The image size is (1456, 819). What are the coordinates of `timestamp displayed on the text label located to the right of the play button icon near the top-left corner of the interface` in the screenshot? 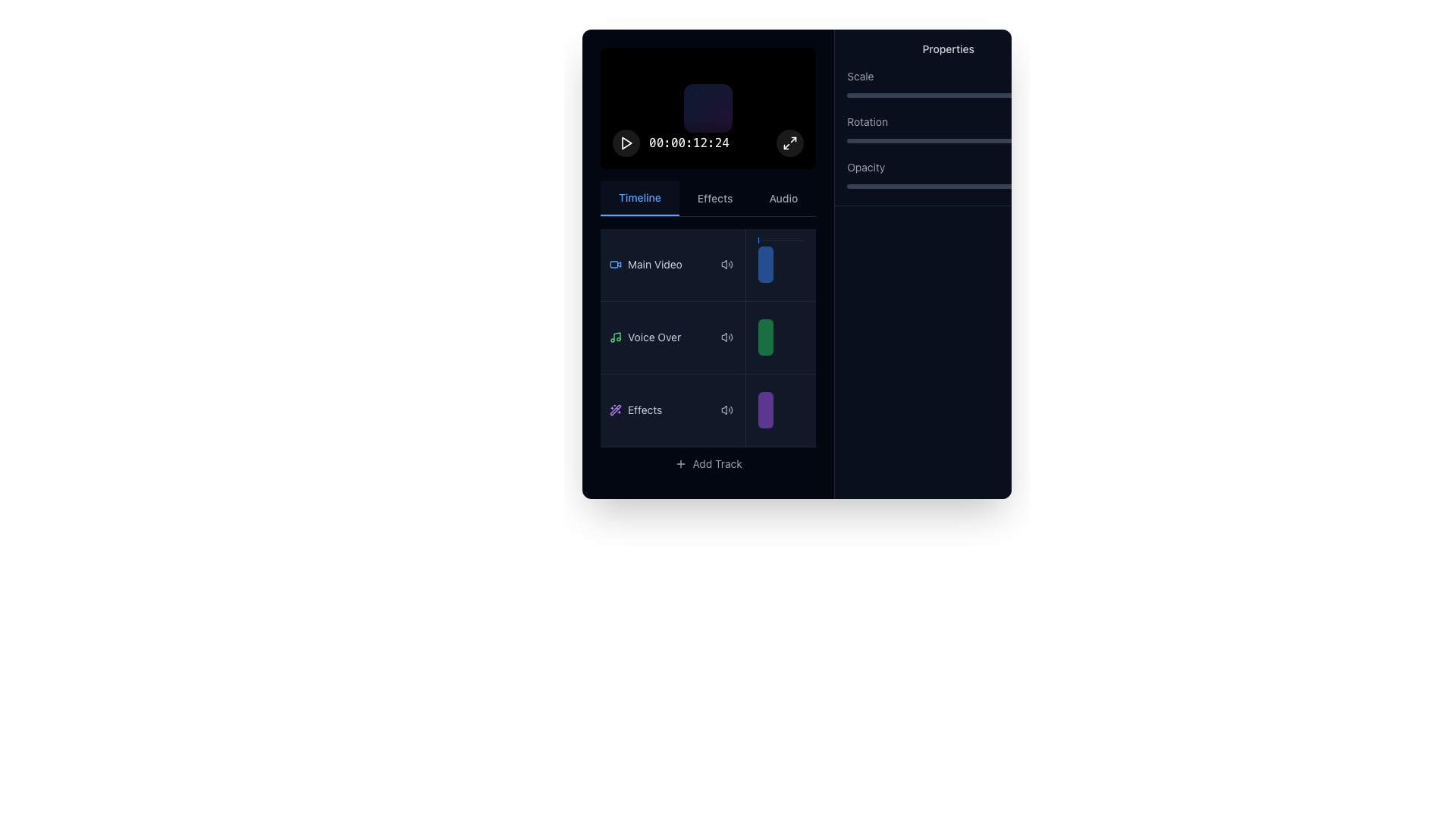 It's located at (670, 143).